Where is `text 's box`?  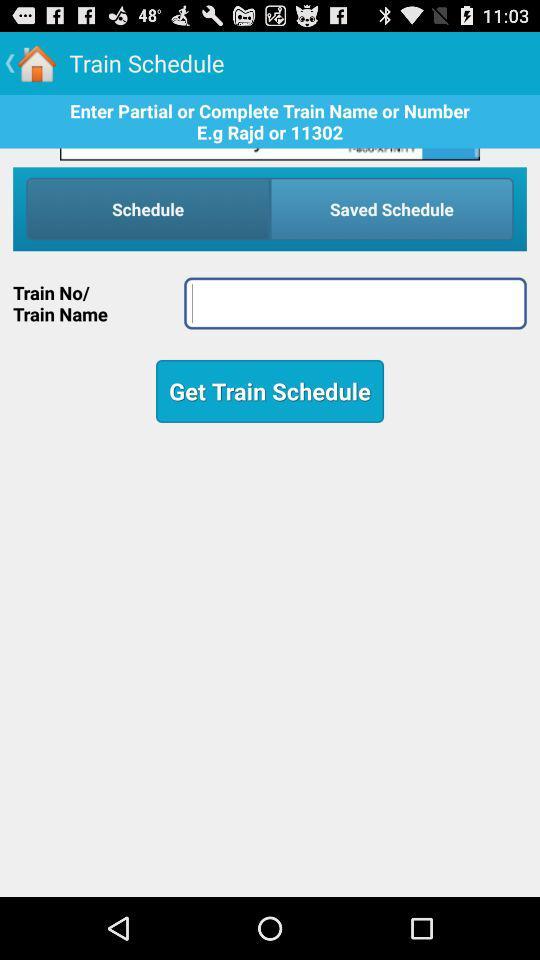 text 's box is located at coordinates (354, 303).